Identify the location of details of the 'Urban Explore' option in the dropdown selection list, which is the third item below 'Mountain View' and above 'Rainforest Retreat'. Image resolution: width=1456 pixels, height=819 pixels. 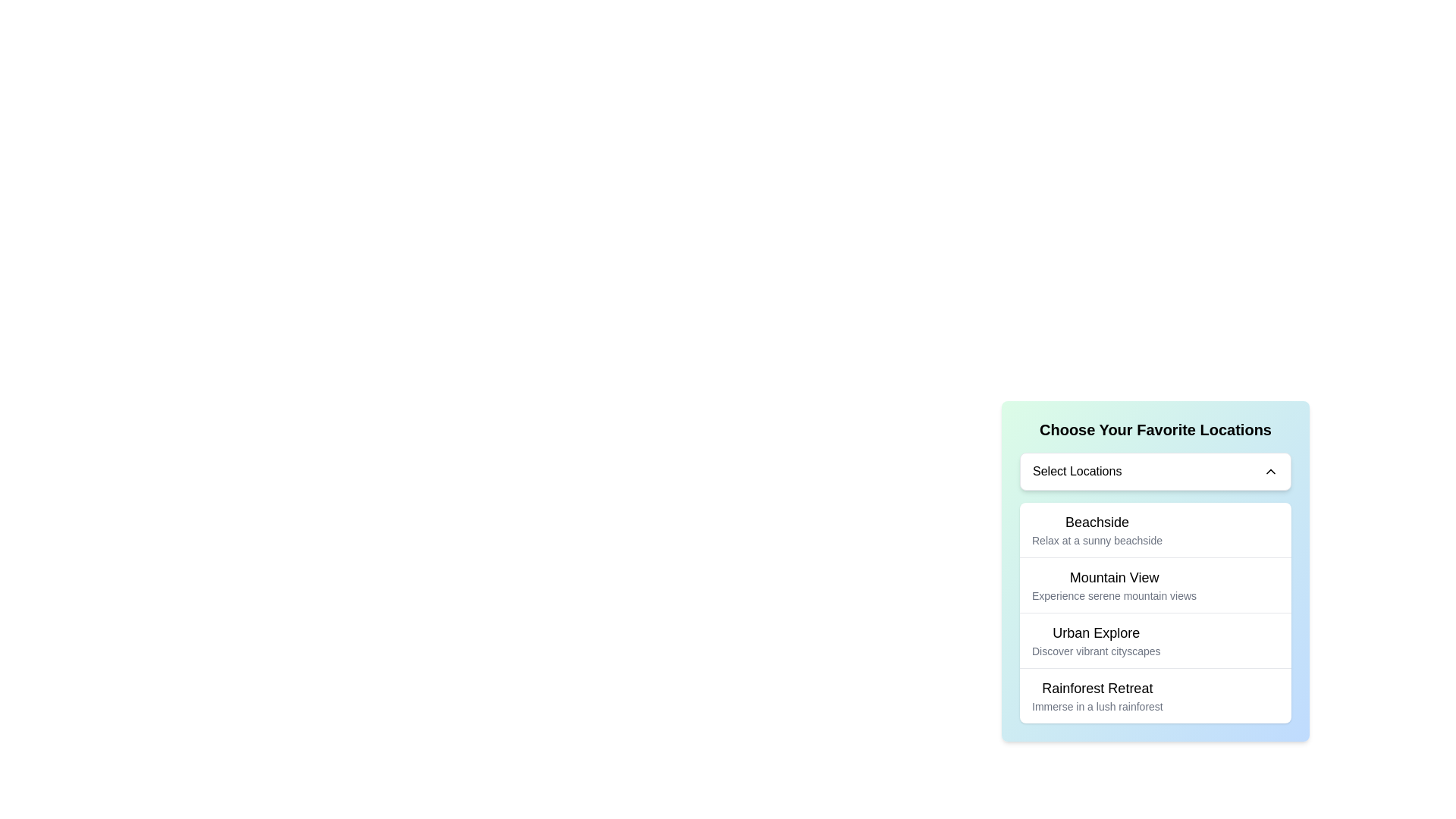
(1096, 640).